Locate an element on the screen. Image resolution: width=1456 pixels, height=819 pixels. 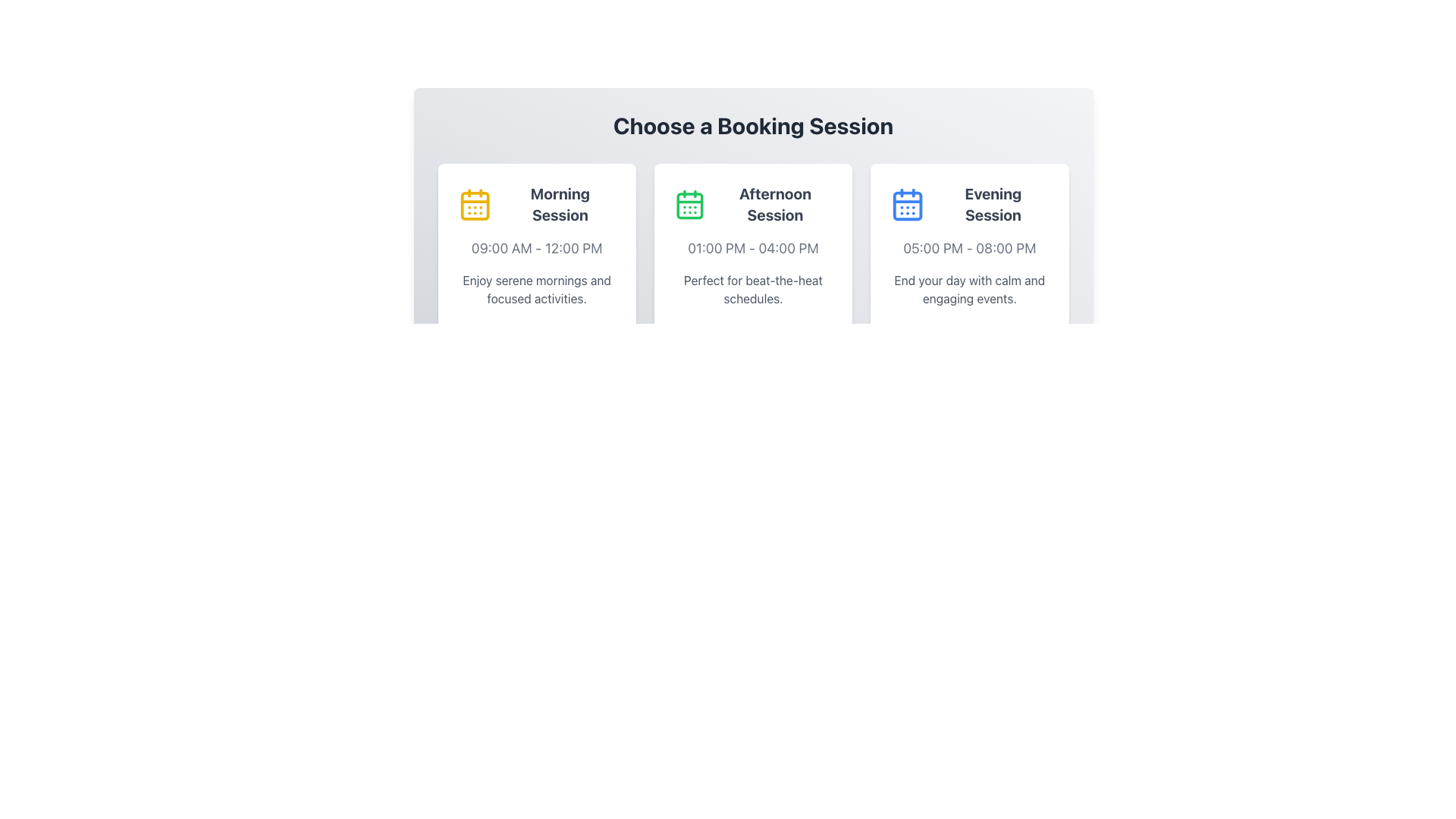
the text label reading 'Evening Session', which is styled with a bold, large font in dark gray and is part of the third session card under the 'Choose a Booking Session' heading is located at coordinates (993, 205).